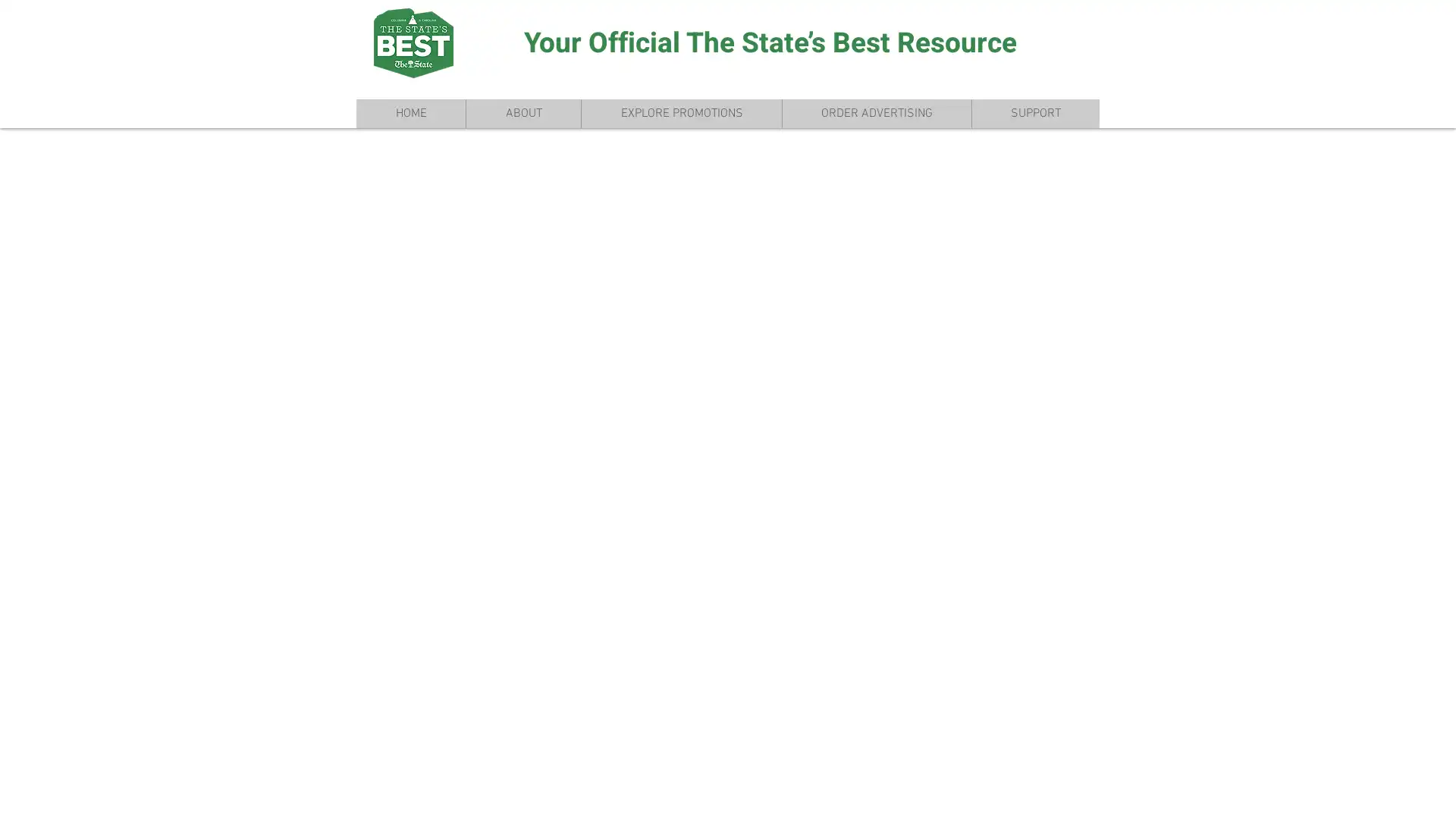 This screenshot has width=1456, height=819. What do you see at coordinates (1305, 794) in the screenshot?
I see `Decline All` at bounding box center [1305, 794].